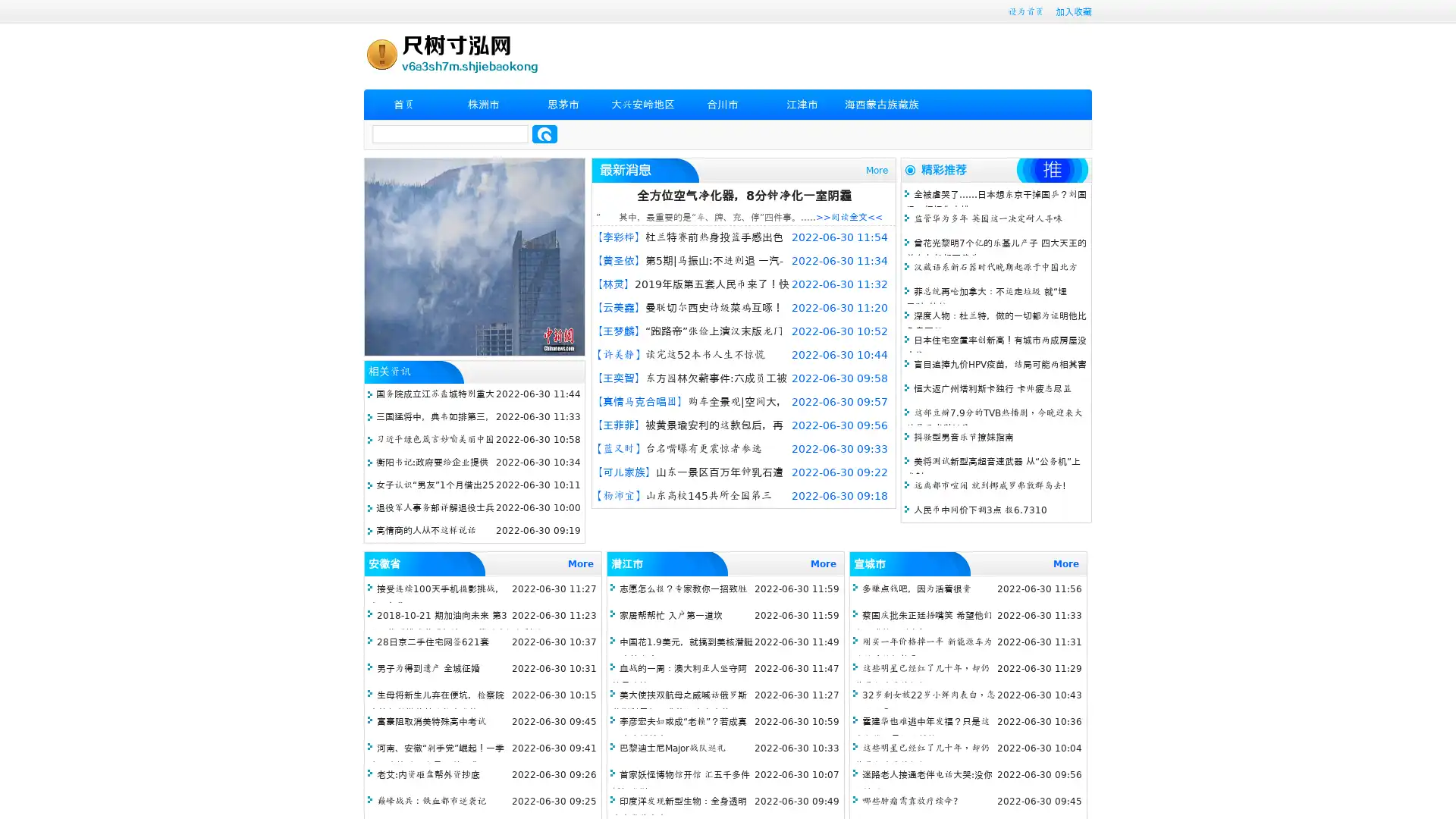  What do you see at coordinates (544, 133) in the screenshot?
I see `Search` at bounding box center [544, 133].